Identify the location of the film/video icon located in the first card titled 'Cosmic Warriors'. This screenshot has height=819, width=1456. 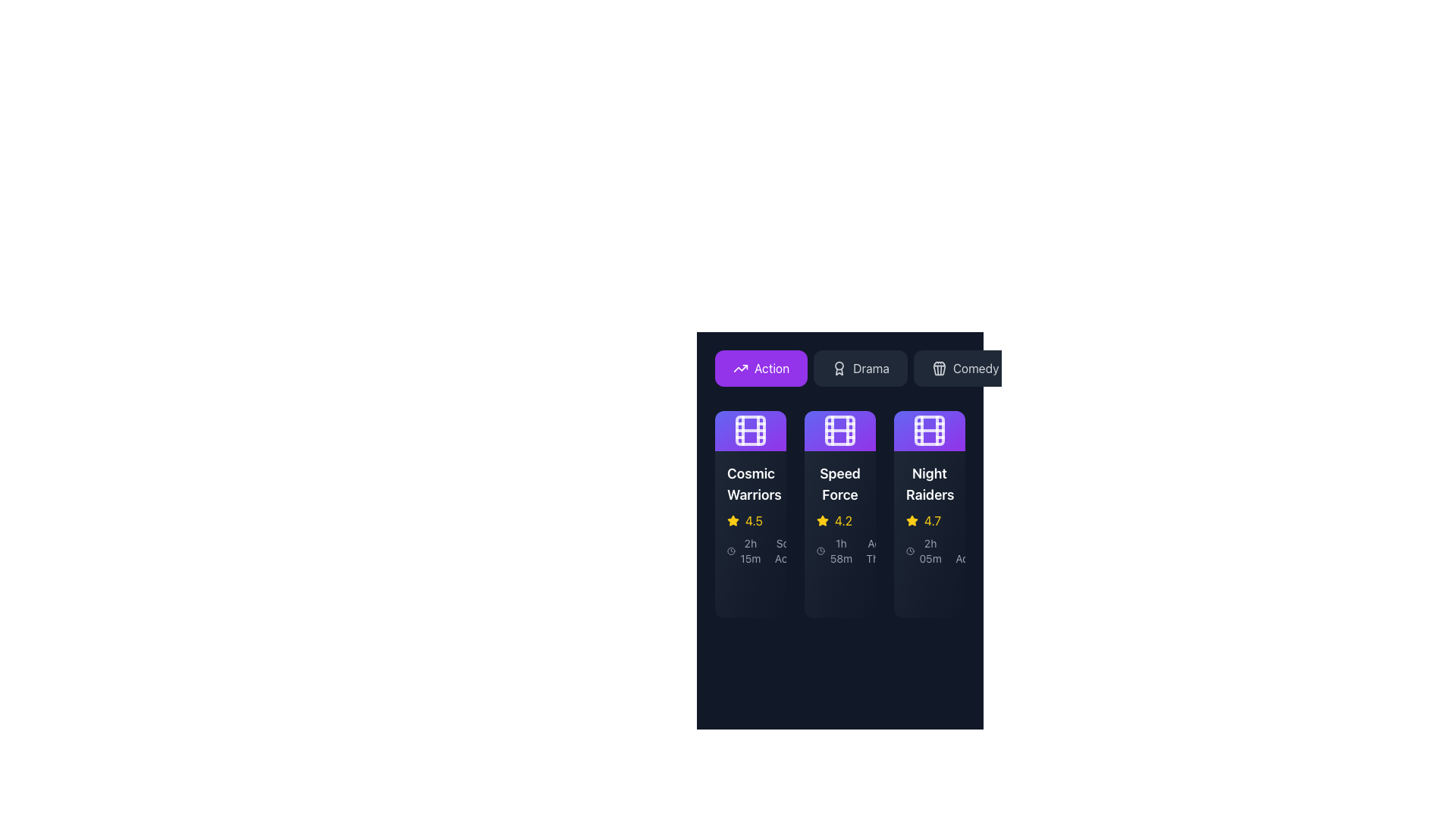
(750, 430).